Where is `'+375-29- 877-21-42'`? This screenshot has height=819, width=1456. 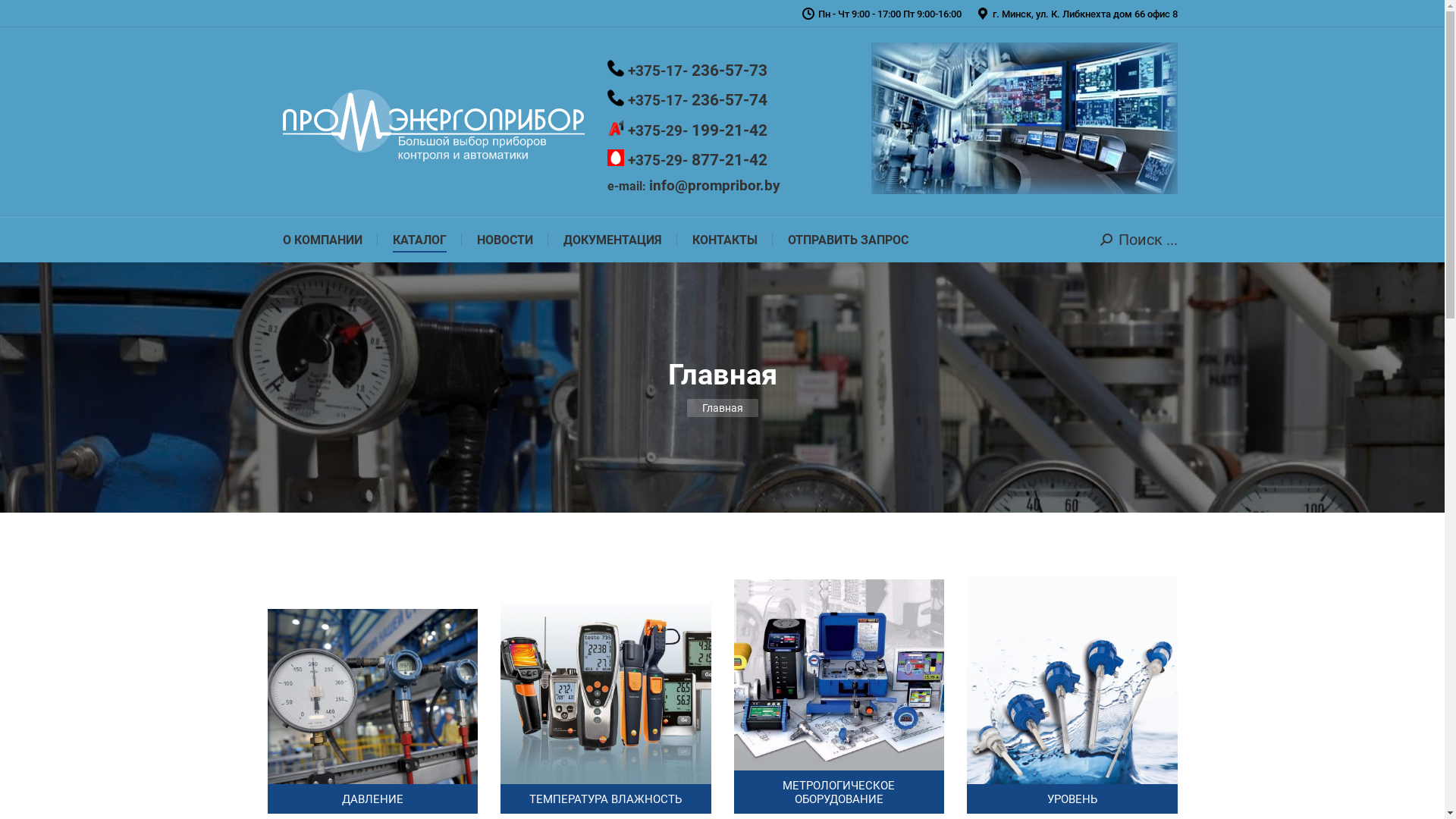 '+375-29- 877-21-42' is located at coordinates (686, 161).